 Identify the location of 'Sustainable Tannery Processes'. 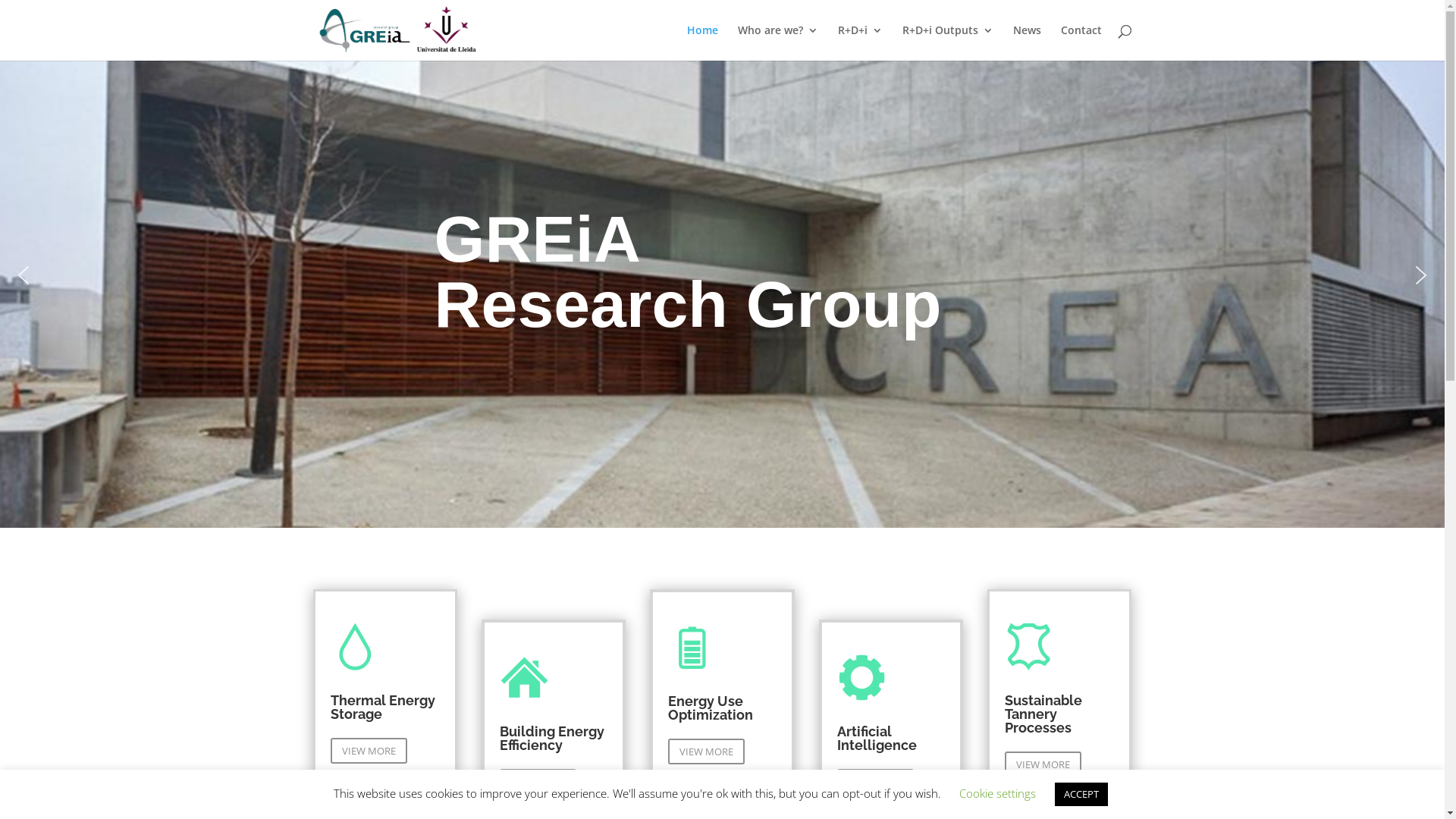
(1043, 714).